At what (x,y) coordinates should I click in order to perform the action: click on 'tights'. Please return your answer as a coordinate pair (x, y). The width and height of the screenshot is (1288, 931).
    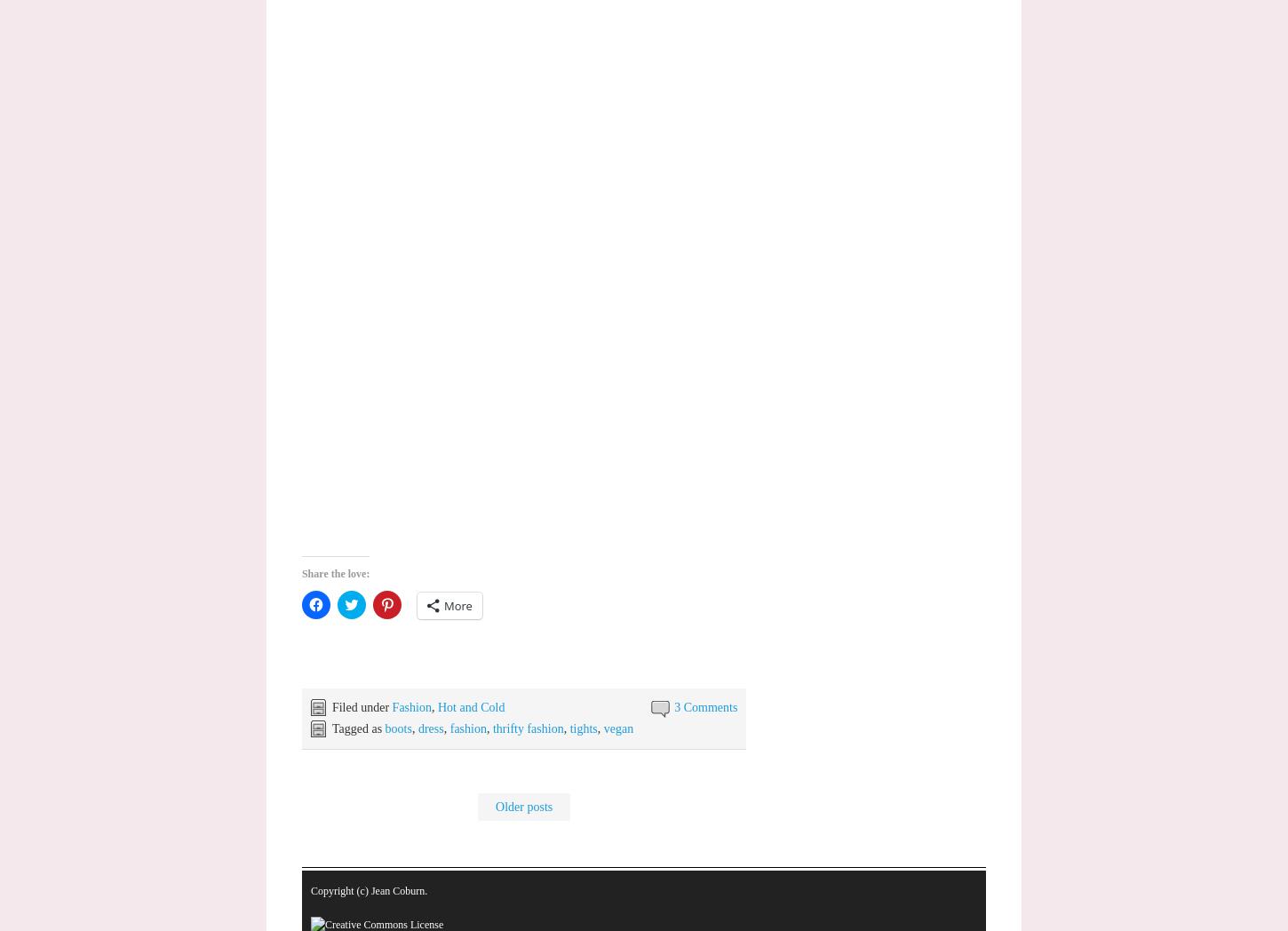
    Looking at the image, I should click on (582, 728).